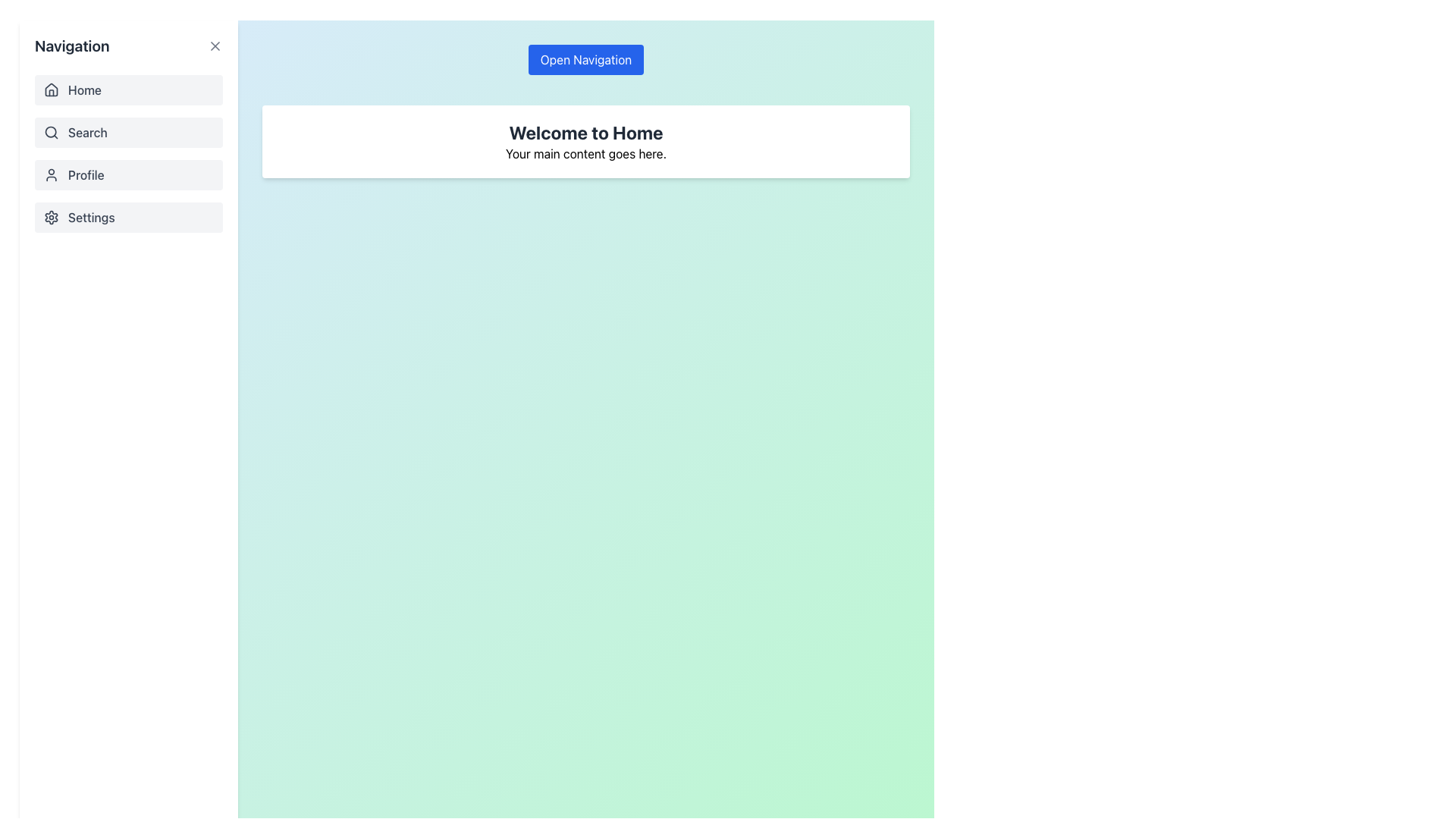 The width and height of the screenshot is (1456, 819). I want to click on the 'Search' button in the navigation menu, so click(128, 131).